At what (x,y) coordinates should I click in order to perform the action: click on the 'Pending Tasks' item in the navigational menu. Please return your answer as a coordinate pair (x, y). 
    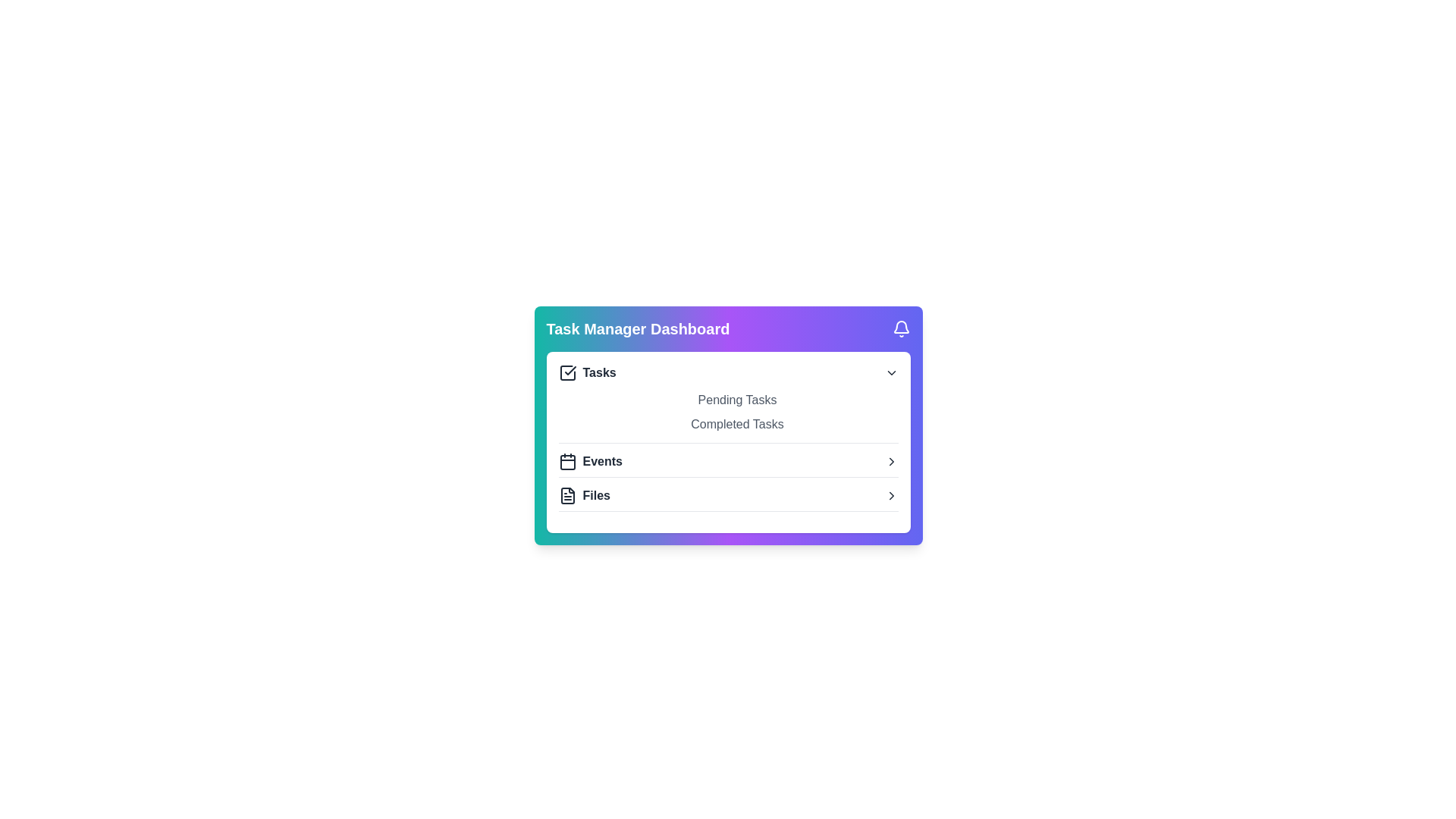
    Looking at the image, I should click on (728, 412).